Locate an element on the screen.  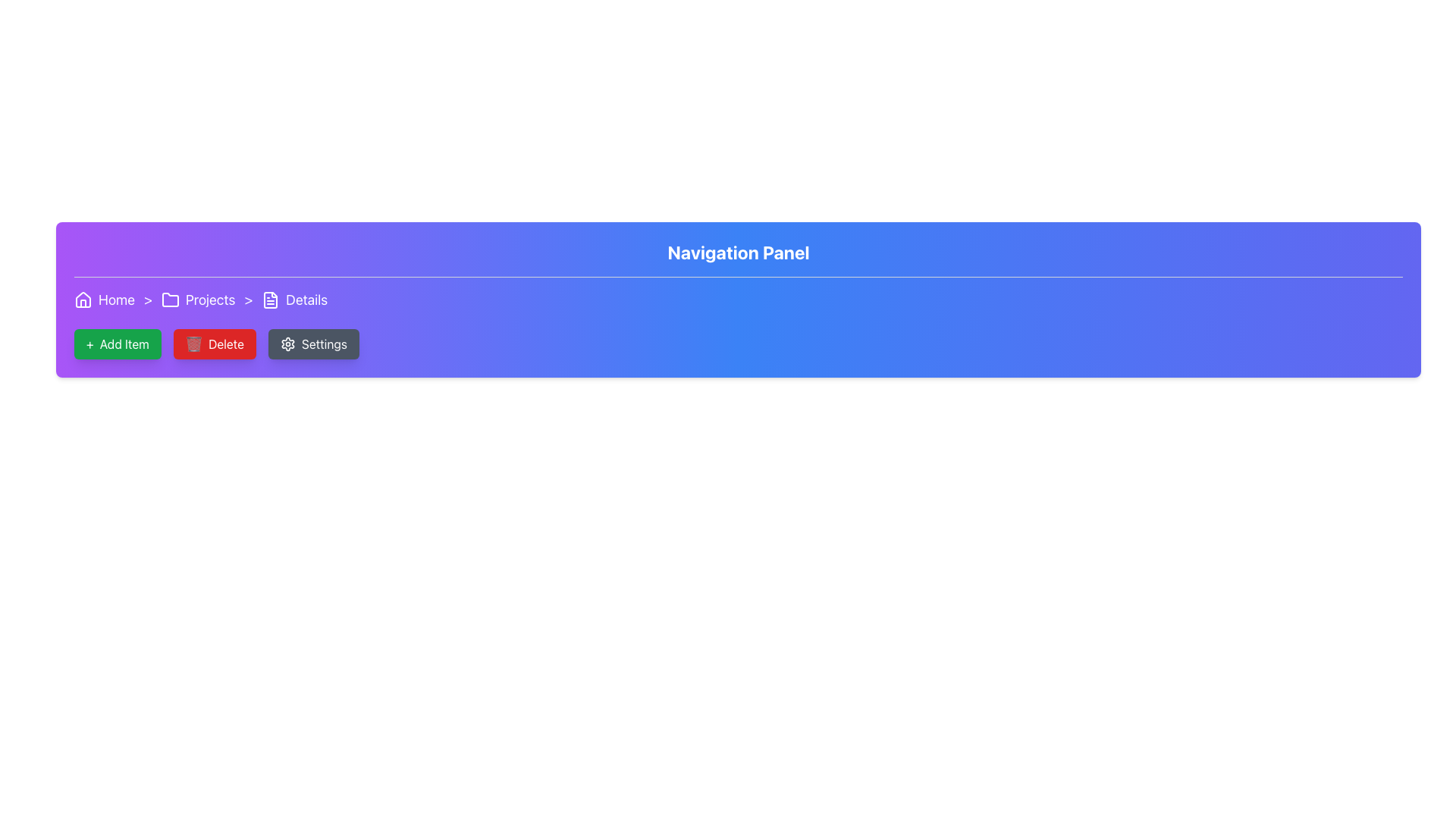
the folder icon located to the left of the 'Projects' label in the navigation breadcrumb trail is located at coordinates (170, 300).